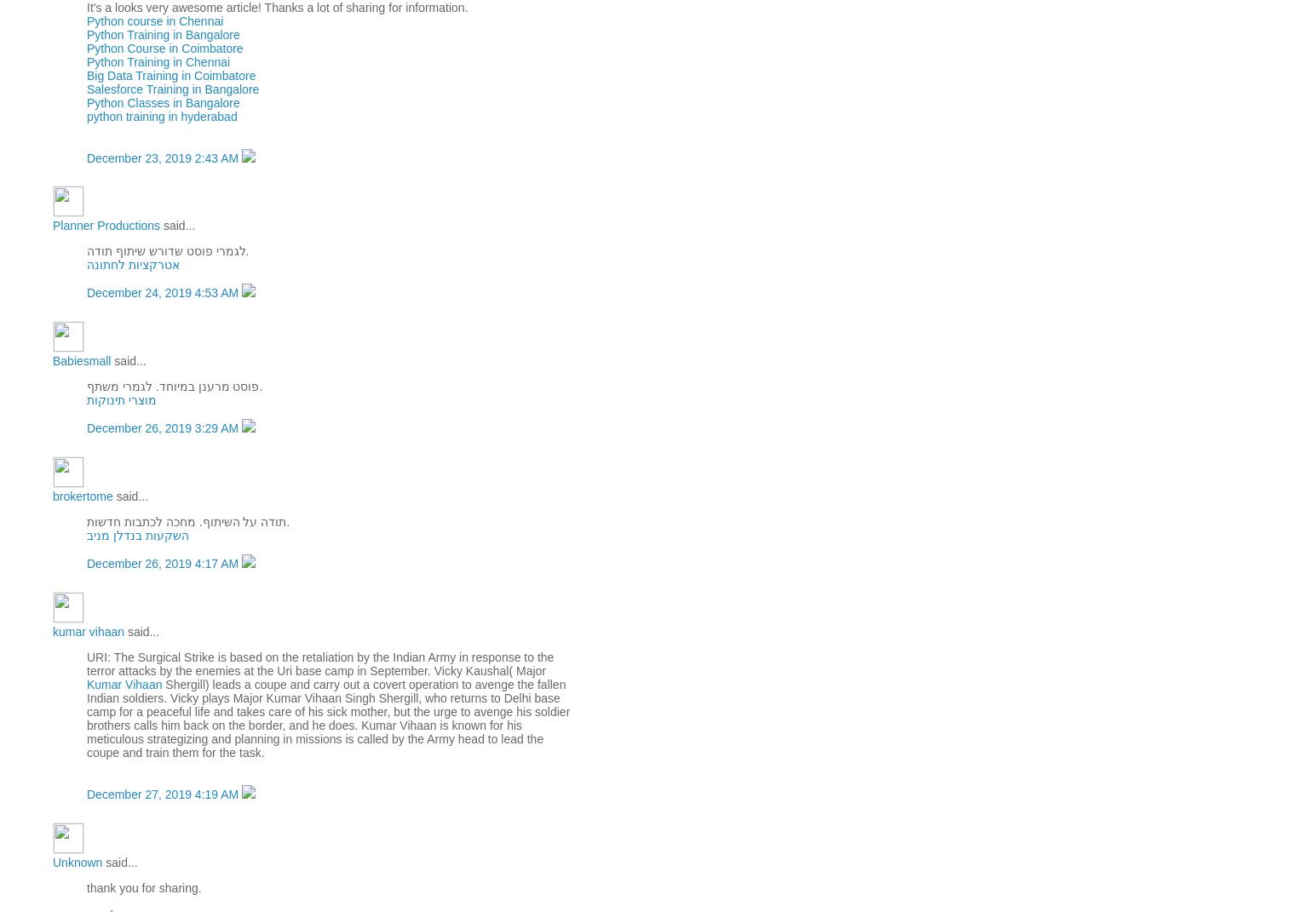  Describe the element at coordinates (80, 361) in the screenshot. I see `'Babiesmall'` at that location.